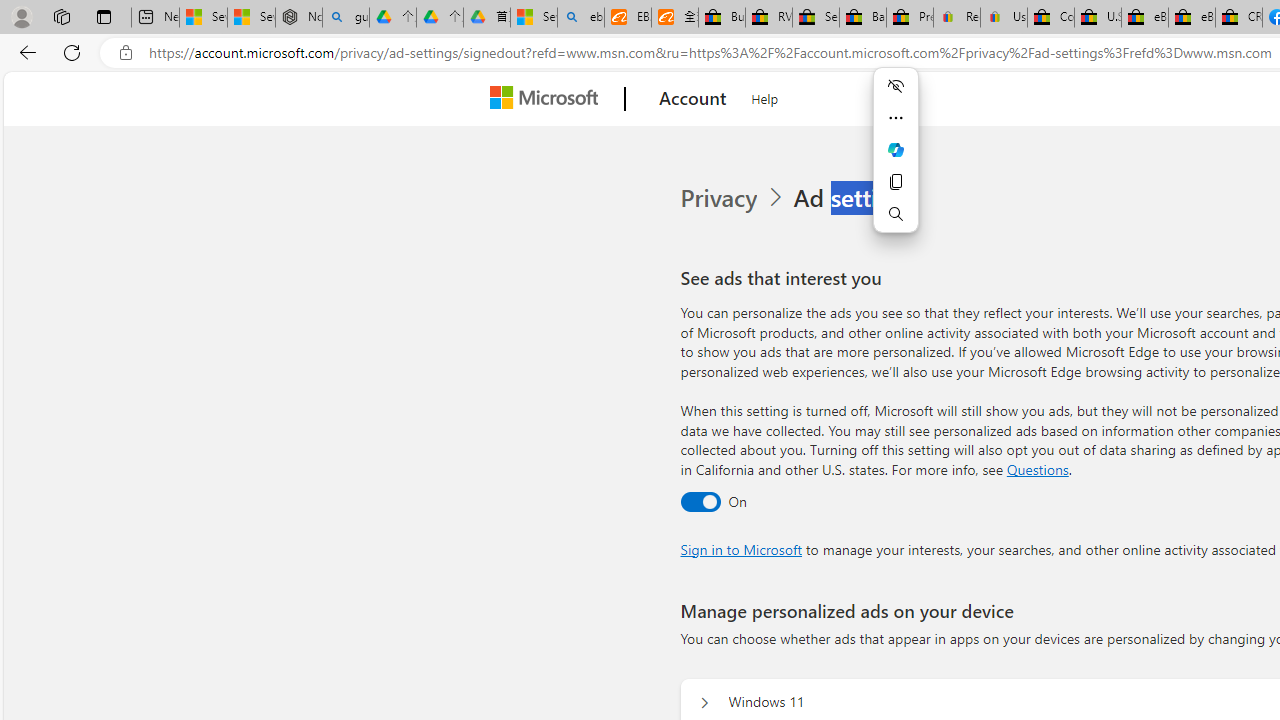 Image resolution: width=1280 pixels, height=720 pixels. What do you see at coordinates (862, 17) in the screenshot?
I see `'Baby Keepsakes & Announcements for sale | eBay'` at bounding box center [862, 17].